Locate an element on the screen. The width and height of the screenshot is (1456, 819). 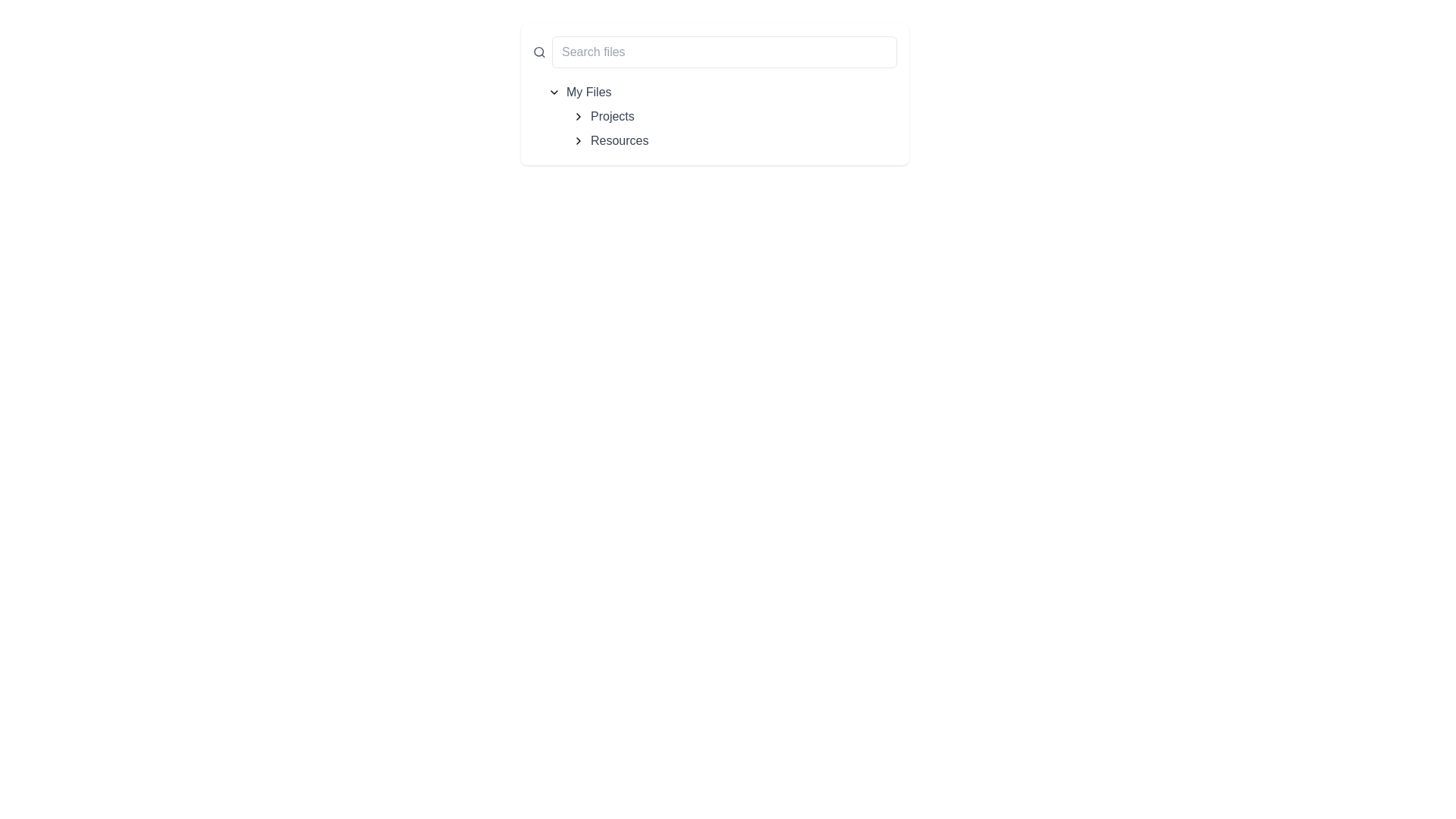
the magnifying glass icon to initiate a search is located at coordinates (539, 52).